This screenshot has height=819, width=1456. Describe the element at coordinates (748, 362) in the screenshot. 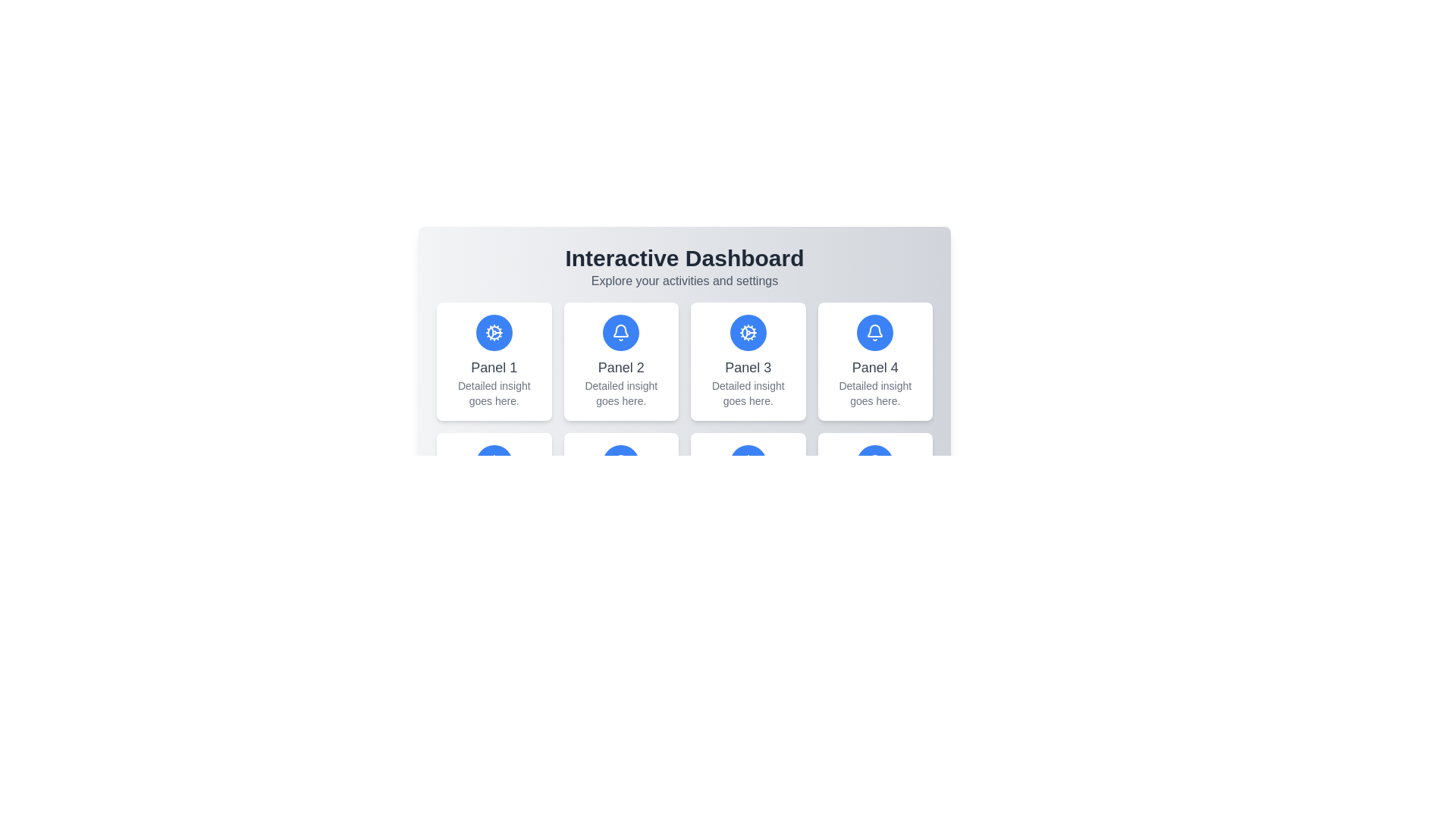

I see `the informational card panel labeled 'Panel 3' which has a white background, a blue cogwheel icon at the top, and contains the description 'Detailed insight goes here.'` at that location.